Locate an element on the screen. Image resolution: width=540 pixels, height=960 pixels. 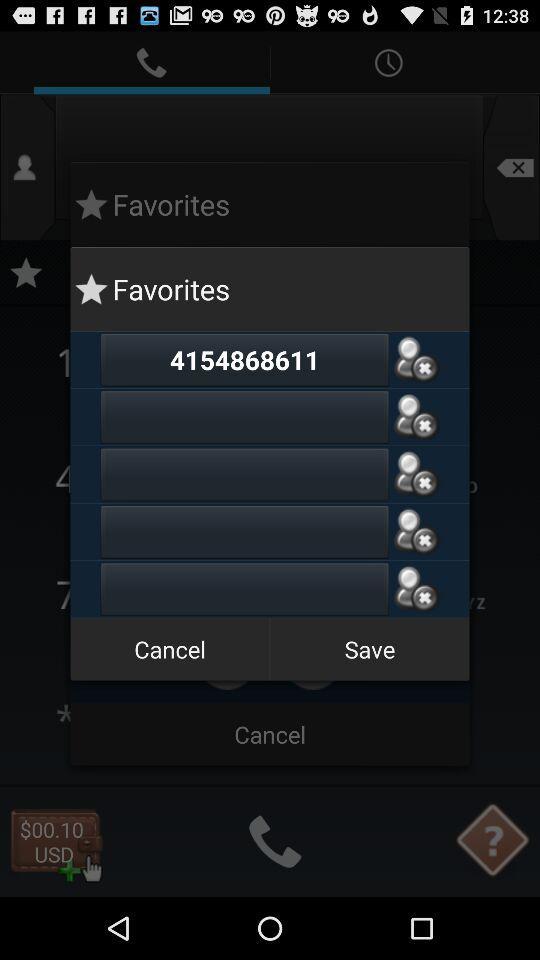
mark as a favorite is located at coordinates (415, 474).